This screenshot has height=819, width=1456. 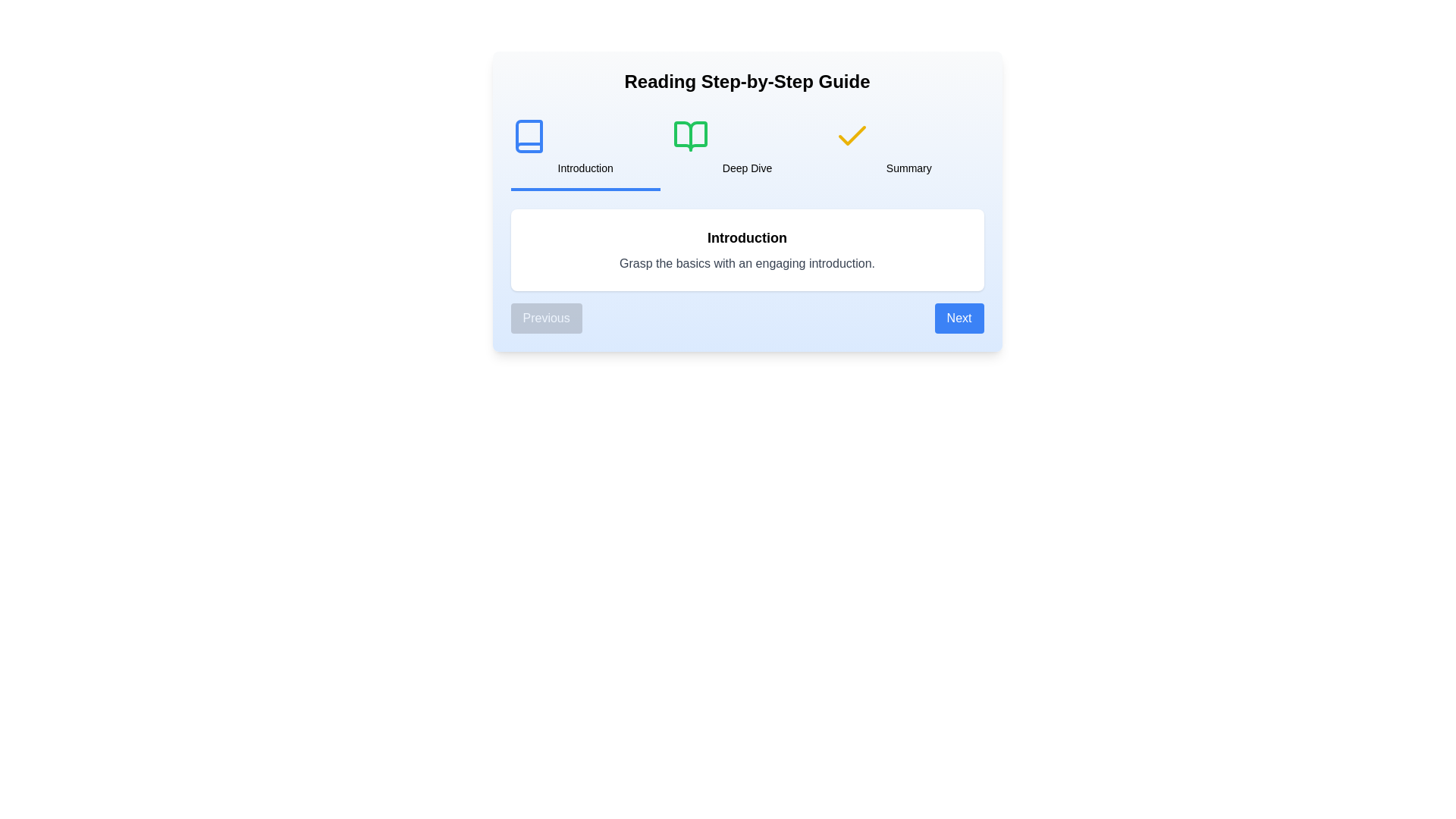 What do you see at coordinates (908, 149) in the screenshot?
I see `the step title Summary to switch to the corresponding step` at bounding box center [908, 149].